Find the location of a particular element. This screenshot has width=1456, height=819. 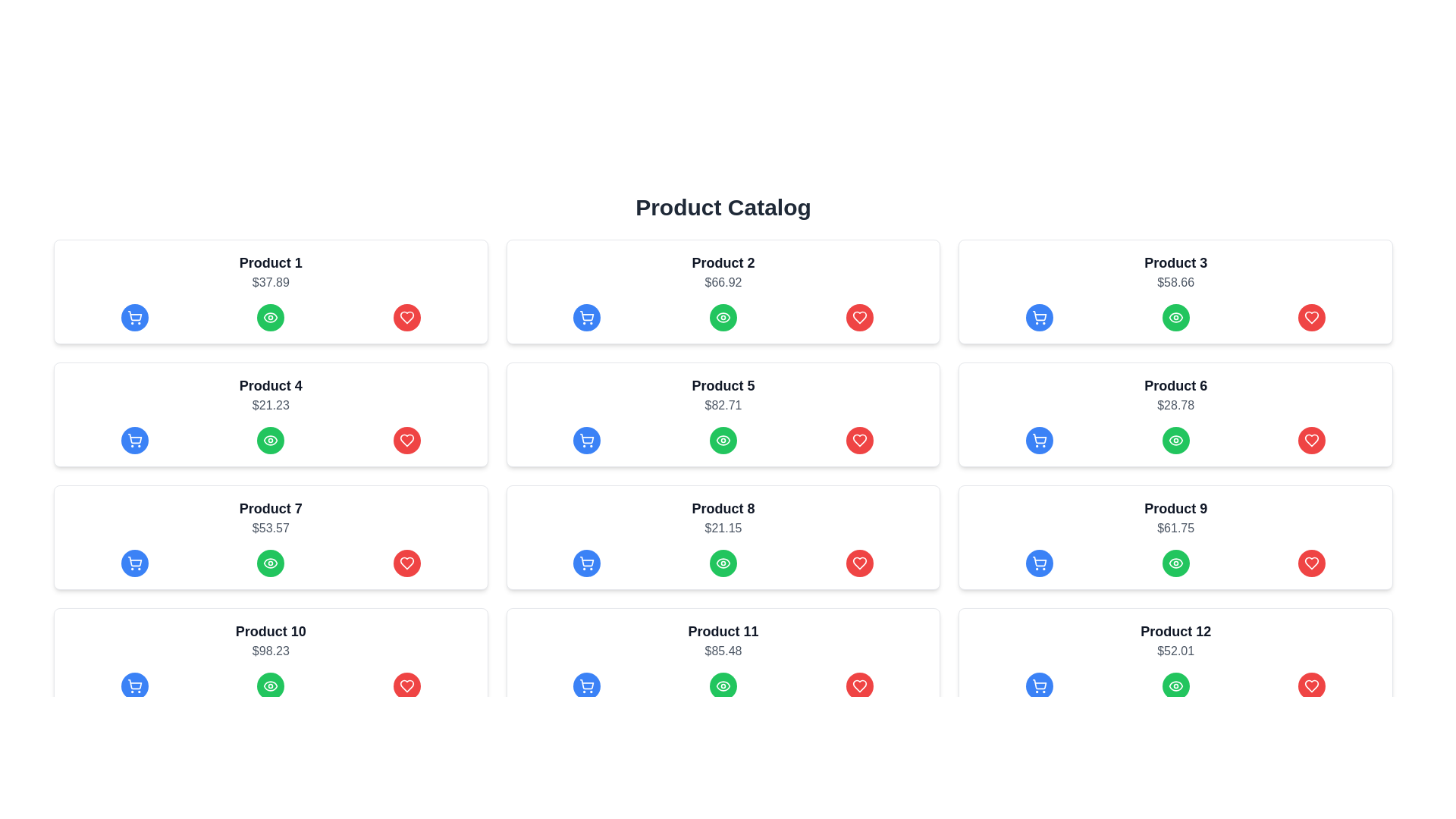

the middle button in the row of action buttons below 'Product 6' priced at '$28.78' is located at coordinates (1175, 441).